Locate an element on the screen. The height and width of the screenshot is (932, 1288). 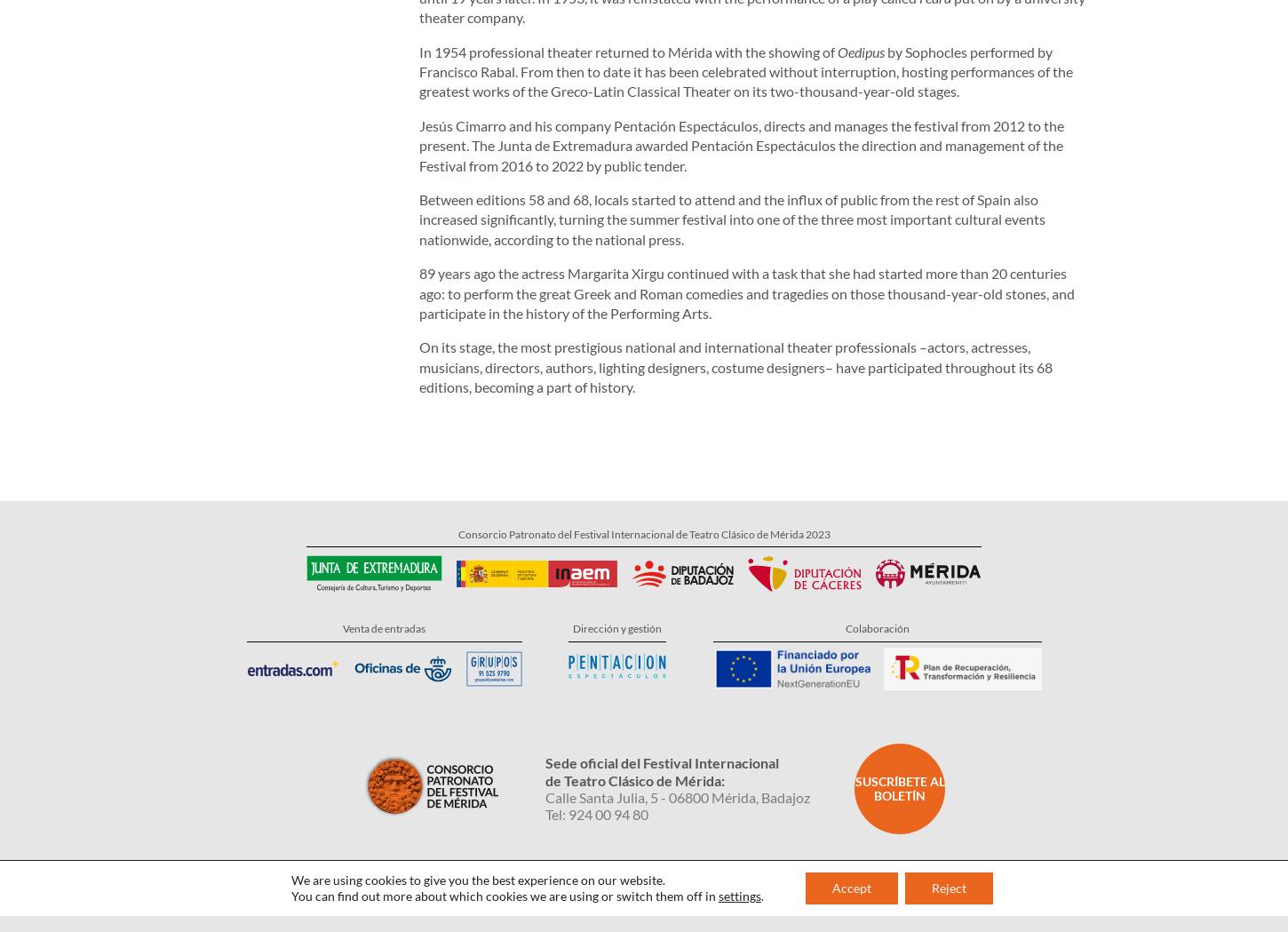
'Política de Privacidad' is located at coordinates (459, 836).